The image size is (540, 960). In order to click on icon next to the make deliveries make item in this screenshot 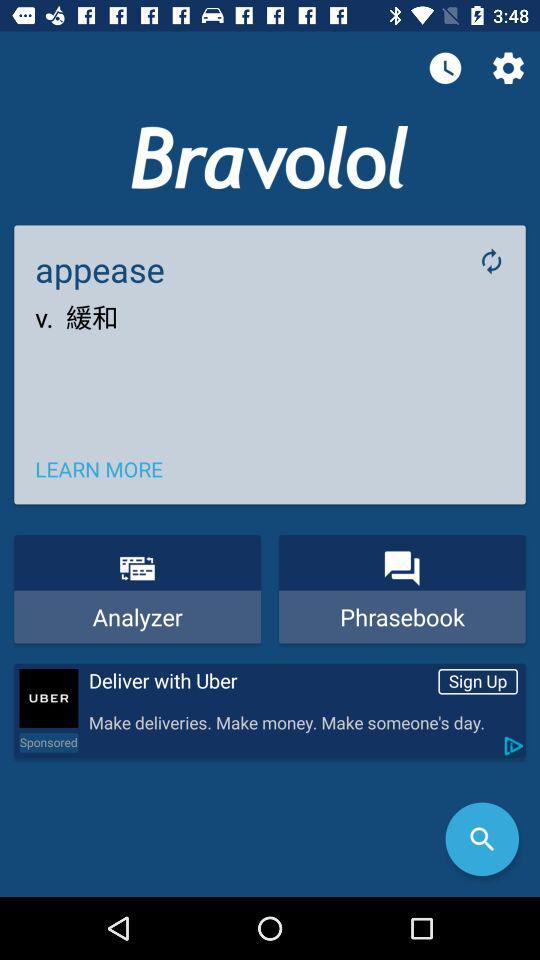, I will do `click(48, 741)`.